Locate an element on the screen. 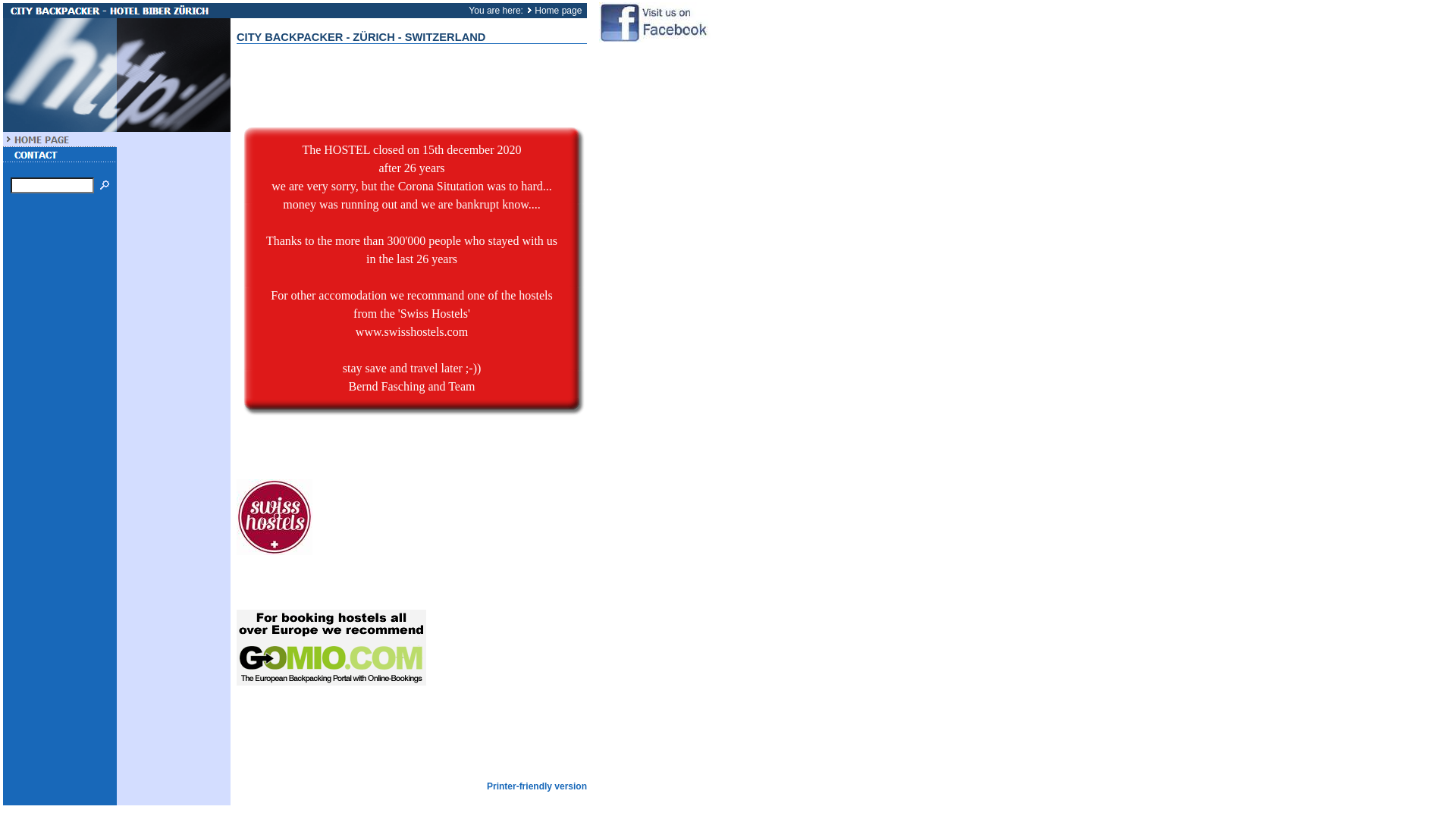 The width and height of the screenshot is (1456, 819). 'Printer-friendly version' is located at coordinates (537, 786).